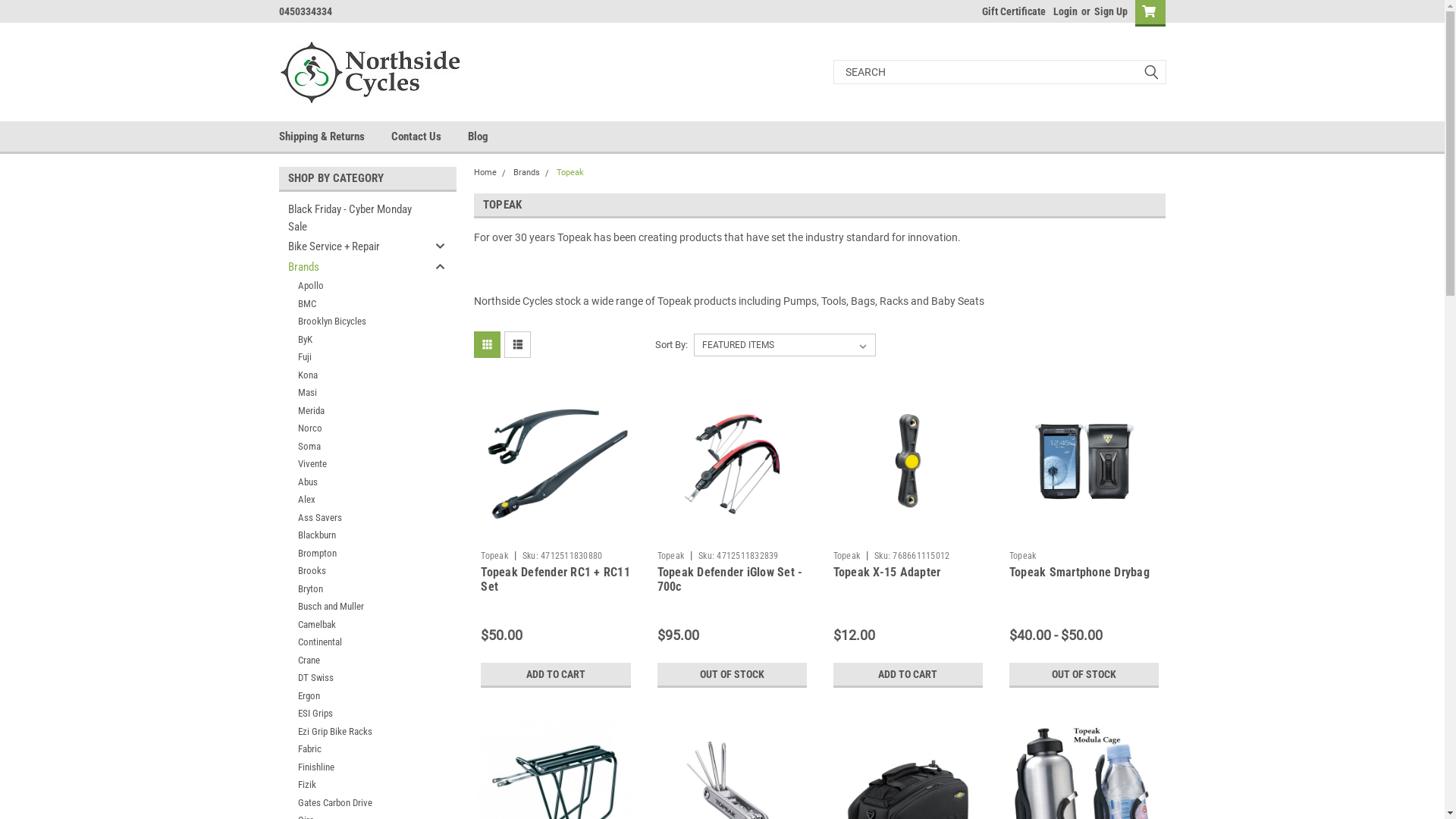  I want to click on 'Topeak Defender iGlow Set - 700c', so click(732, 460).